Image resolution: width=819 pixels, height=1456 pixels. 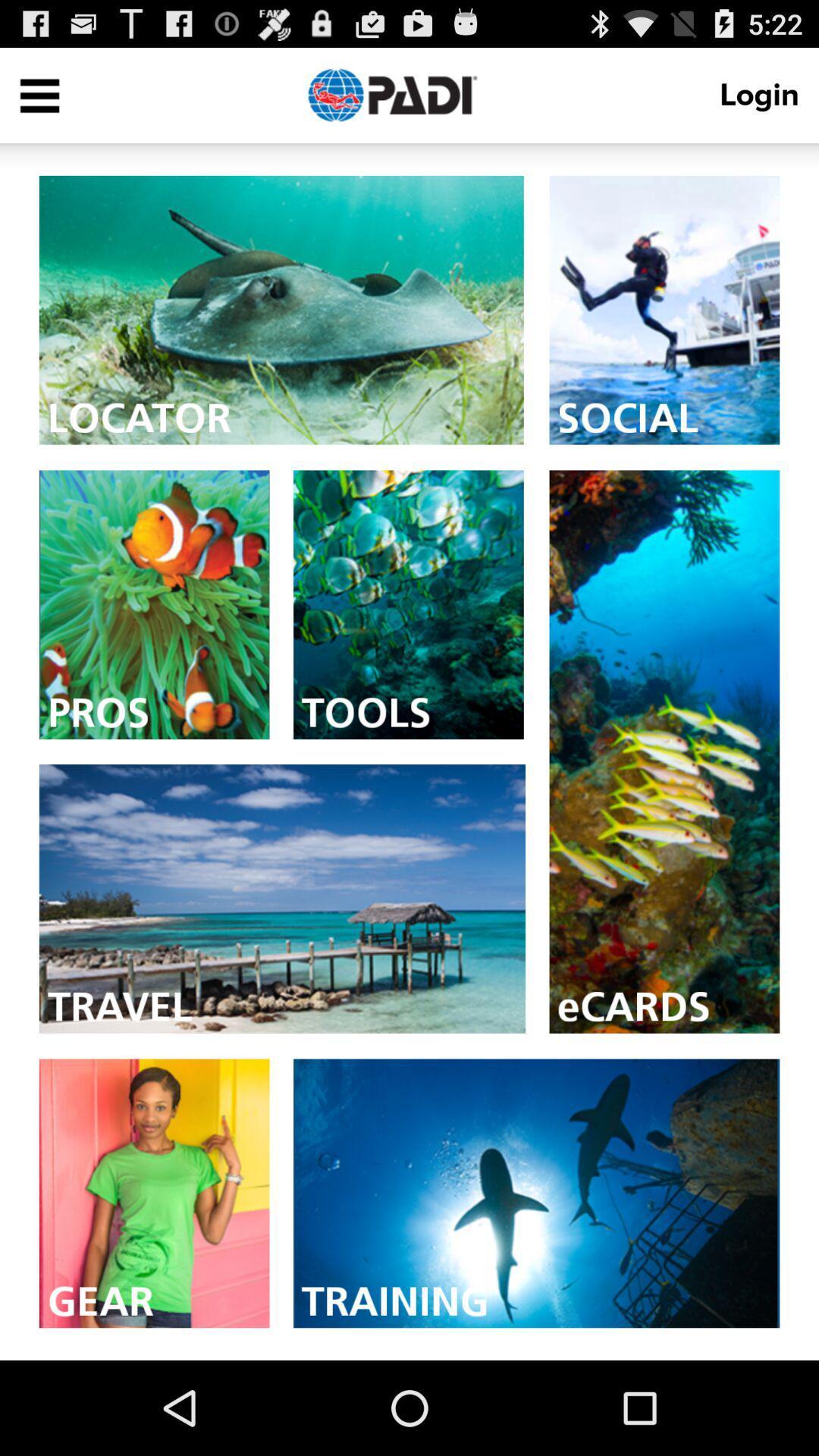 I want to click on social, so click(x=664, y=309).